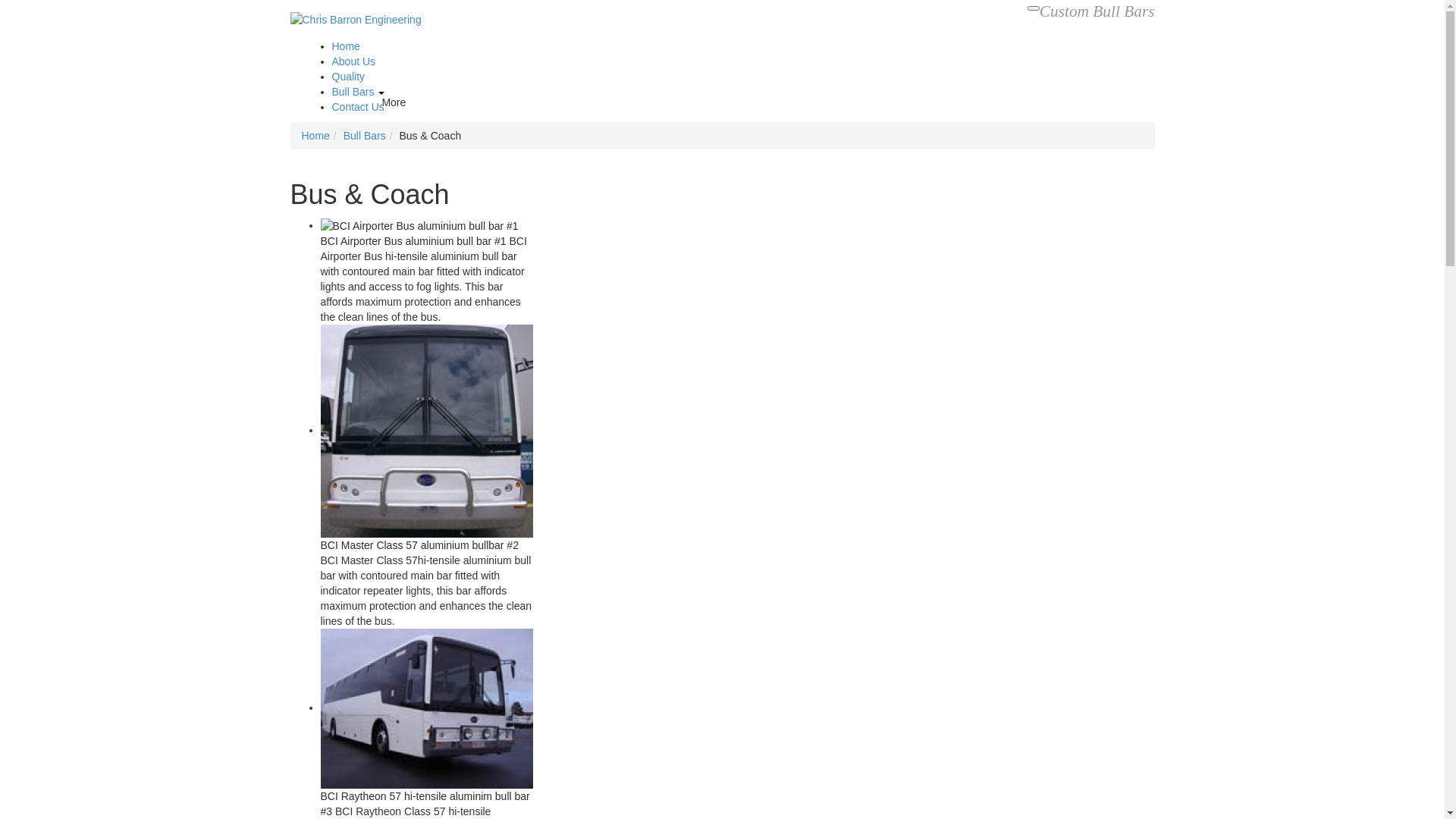 The width and height of the screenshot is (1456, 819). What do you see at coordinates (331, 106) in the screenshot?
I see `'Contact Us'` at bounding box center [331, 106].